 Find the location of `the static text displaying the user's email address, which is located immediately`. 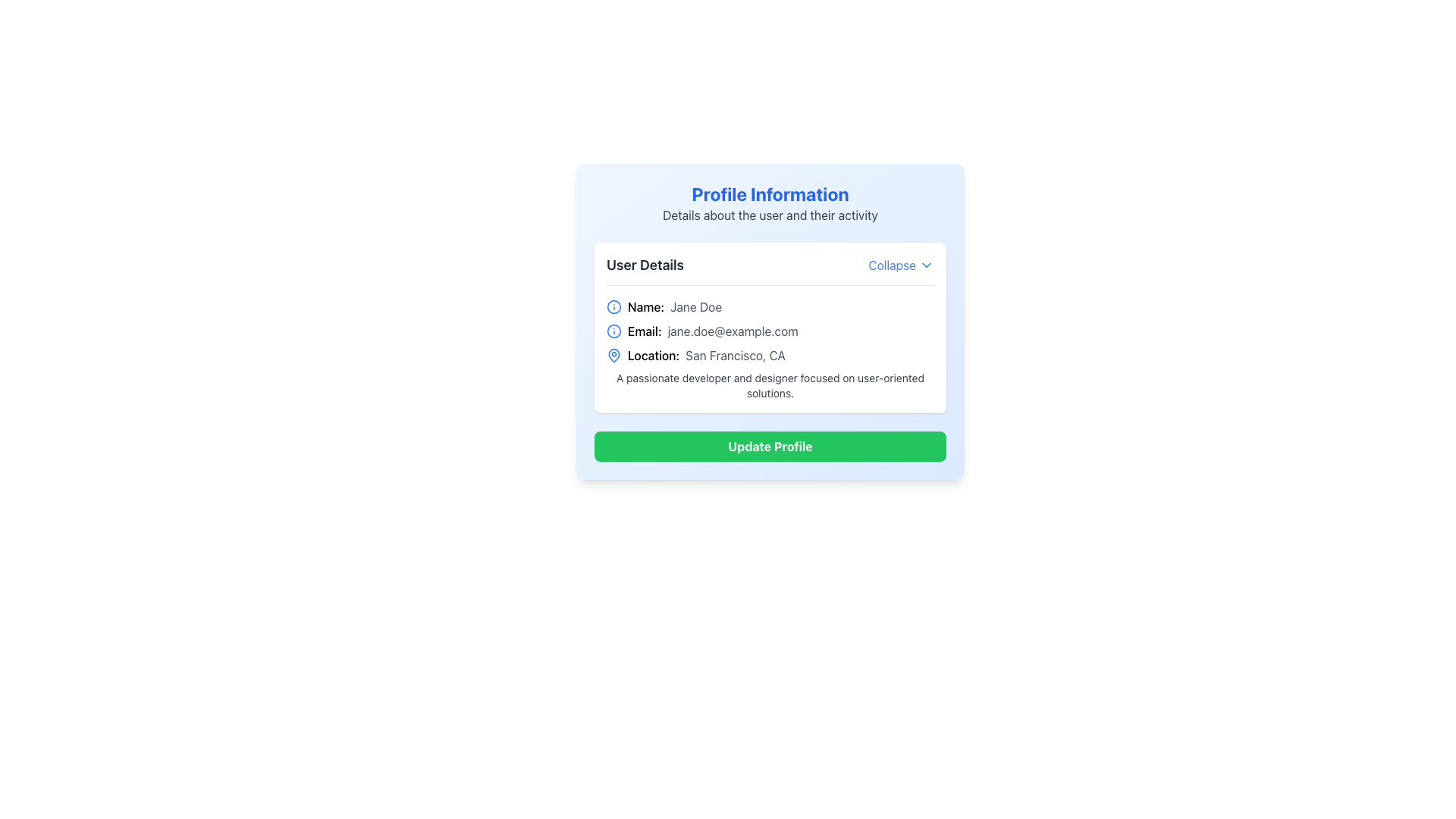

the static text displaying the user's email address, which is located immediately is located at coordinates (733, 330).